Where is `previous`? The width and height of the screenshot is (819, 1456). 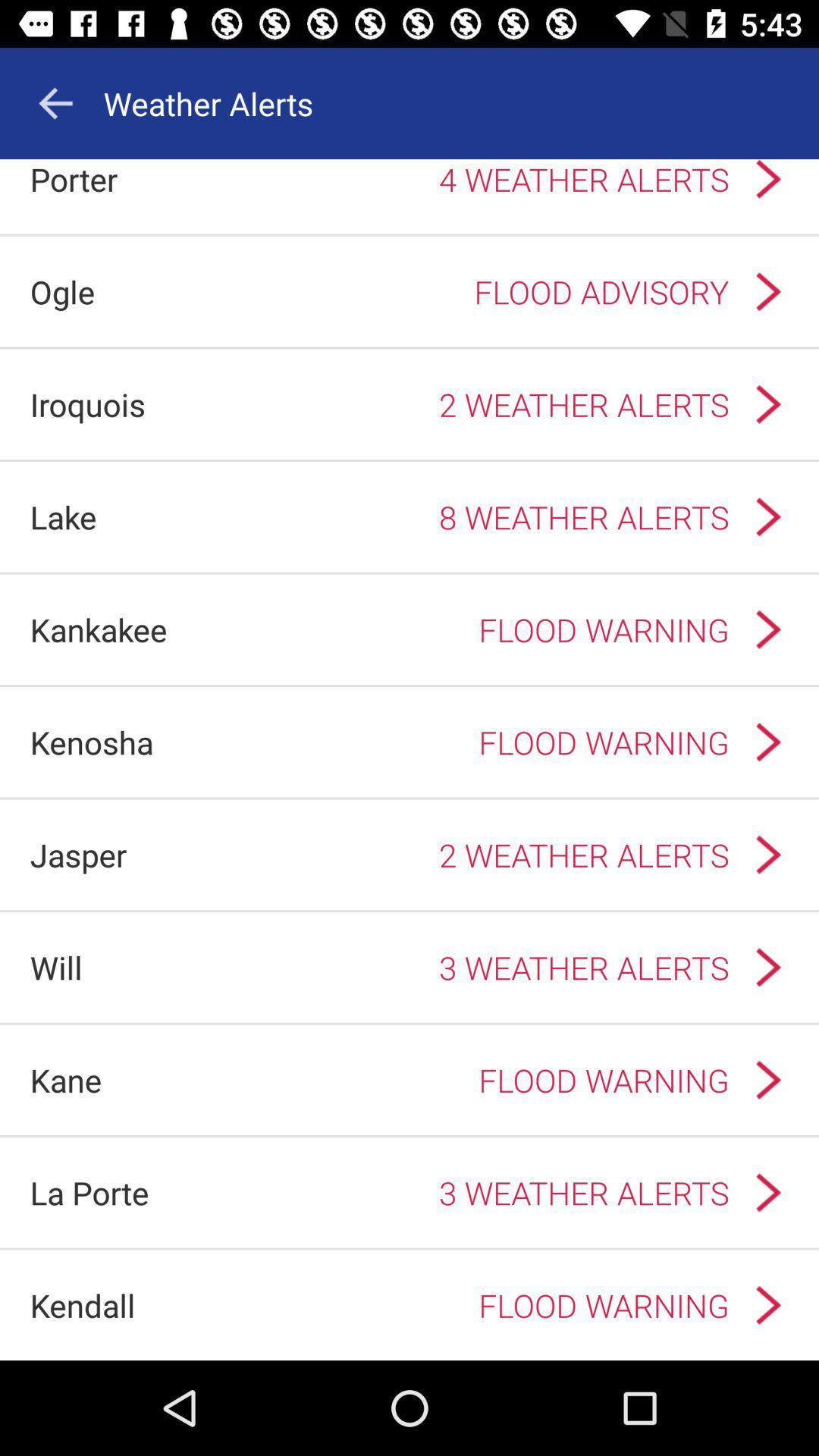
previous is located at coordinates (55, 102).